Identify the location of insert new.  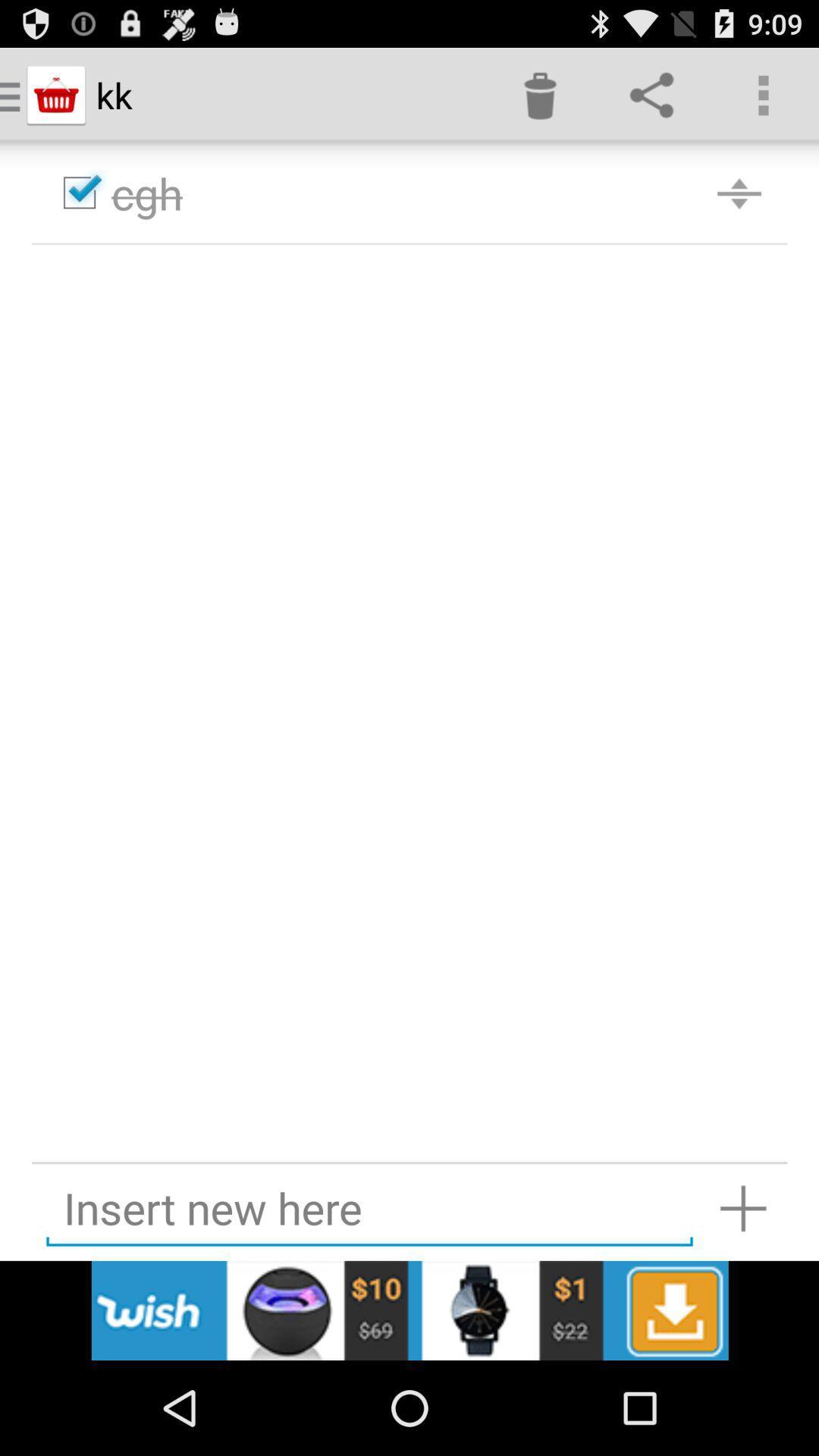
(742, 1207).